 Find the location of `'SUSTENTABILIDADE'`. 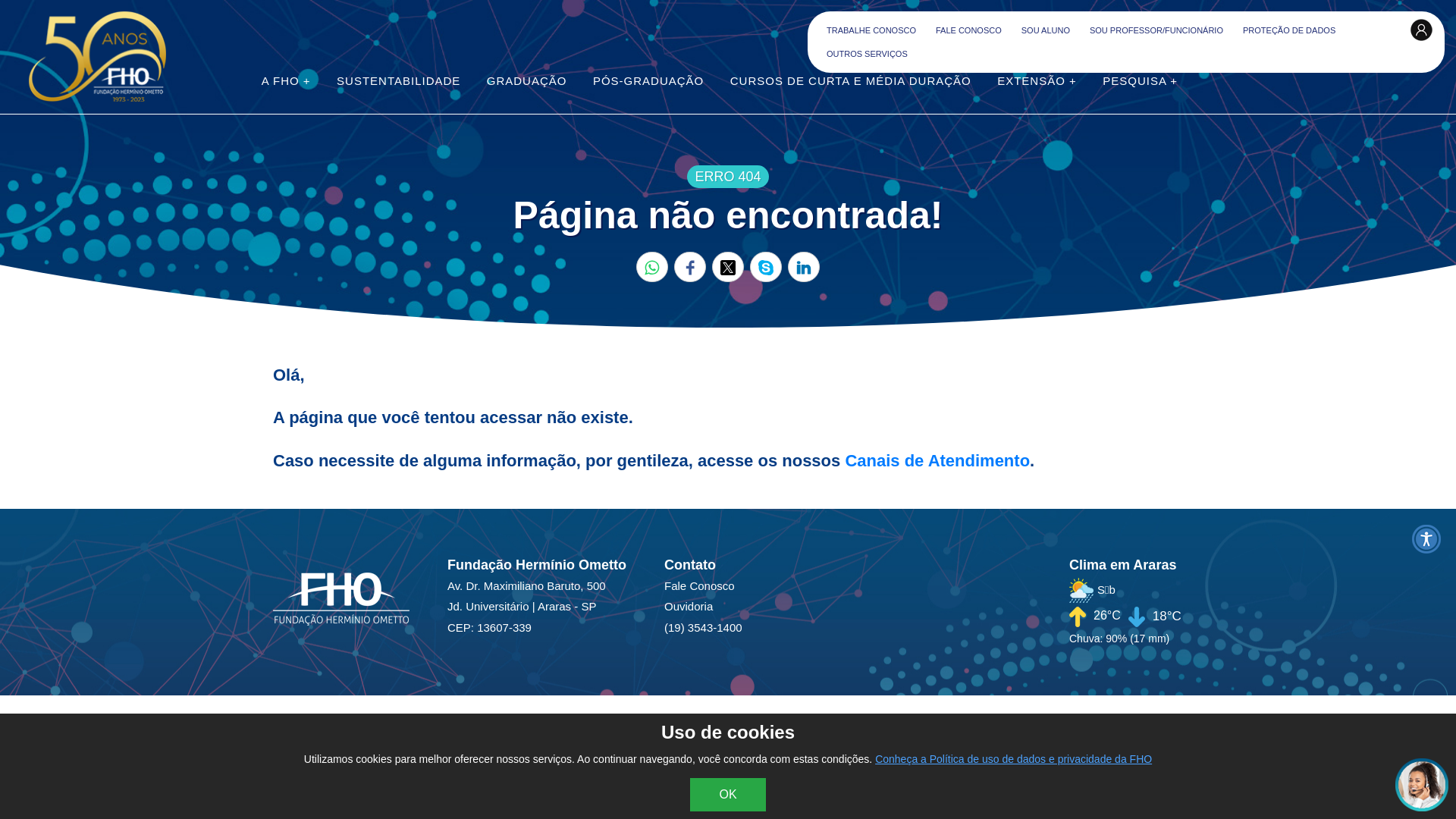

'SUSTENTABILIDADE' is located at coordinates (398, 81).